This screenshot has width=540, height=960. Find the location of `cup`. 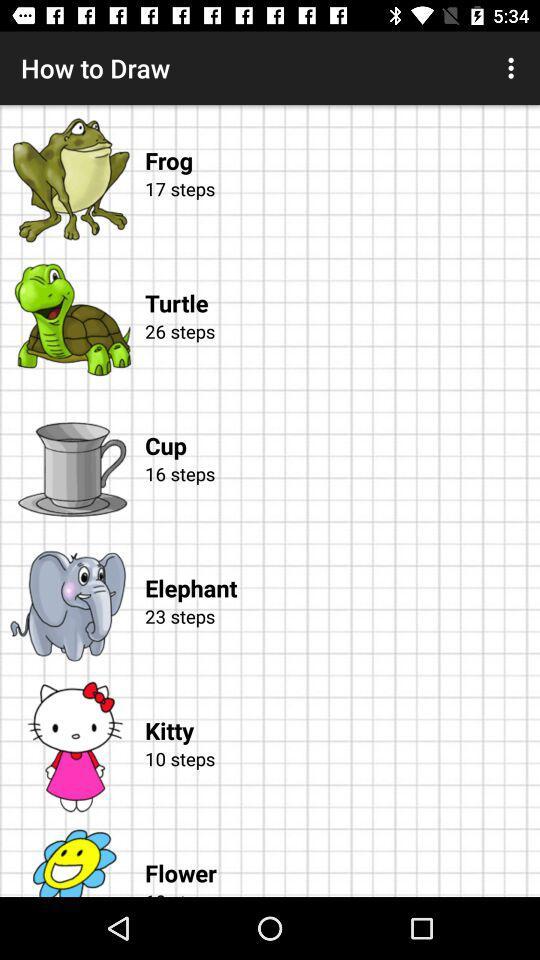

cup is located at coordinates (341, 425).